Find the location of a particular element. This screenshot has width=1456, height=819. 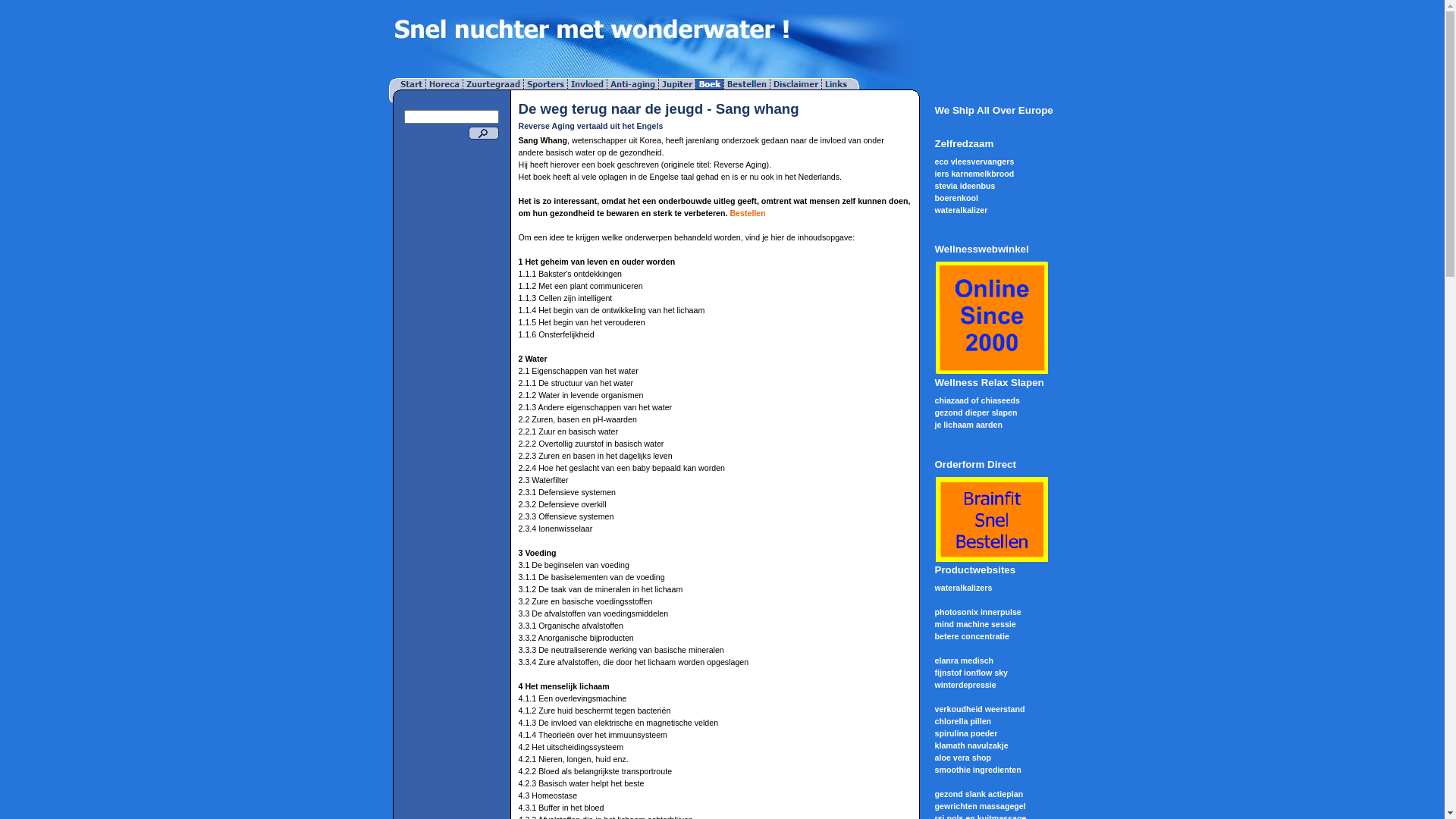

'klamath navulzakje' is located at coordinates (971, 745).